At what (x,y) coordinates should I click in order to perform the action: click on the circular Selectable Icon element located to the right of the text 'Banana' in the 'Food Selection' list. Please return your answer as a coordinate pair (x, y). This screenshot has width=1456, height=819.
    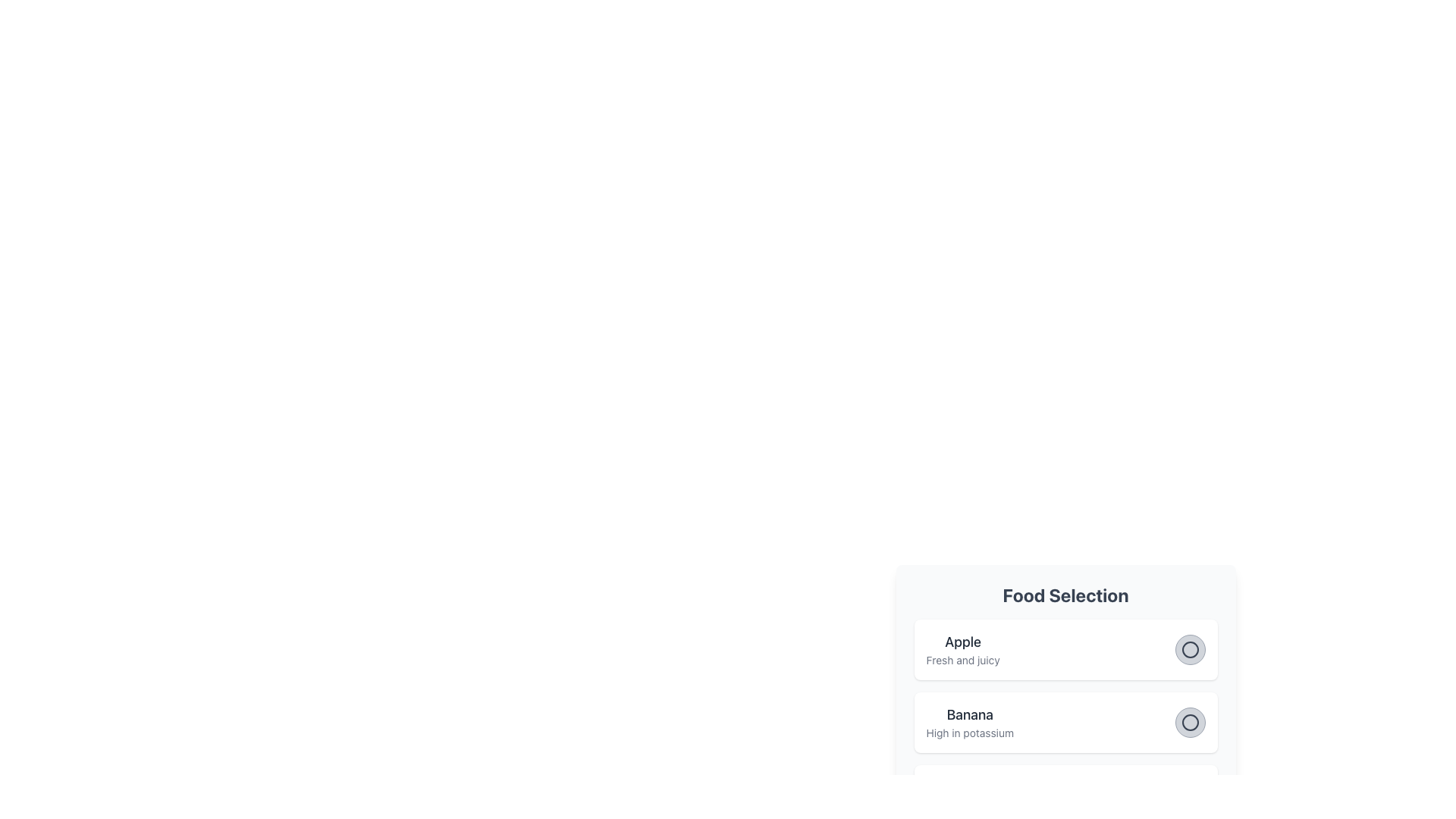
    Looking at the image, I should click on (1189, 721).